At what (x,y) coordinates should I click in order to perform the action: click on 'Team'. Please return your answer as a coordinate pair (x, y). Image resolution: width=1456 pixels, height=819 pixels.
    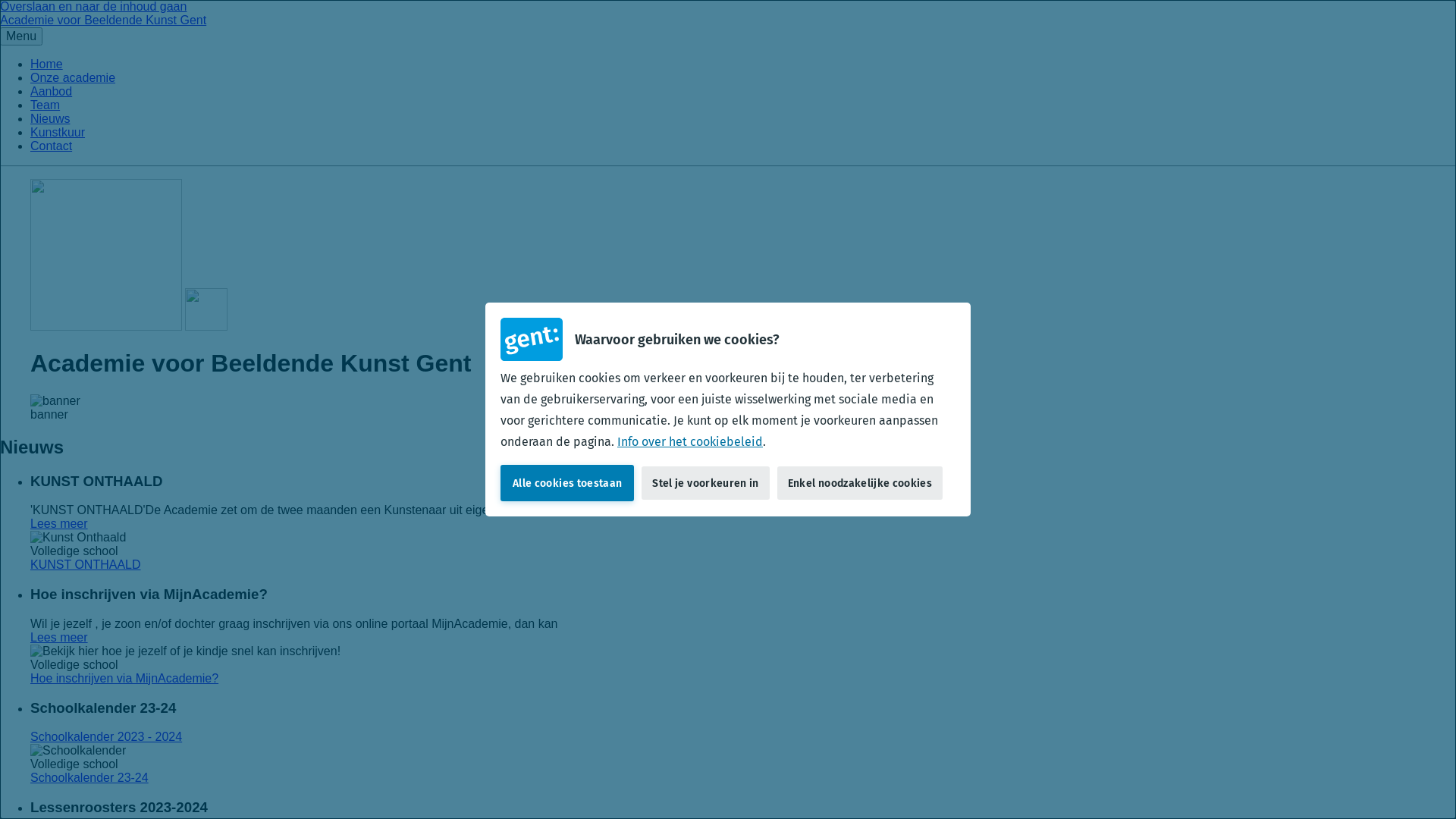
    Looking at the image, I should click on (45, 104).